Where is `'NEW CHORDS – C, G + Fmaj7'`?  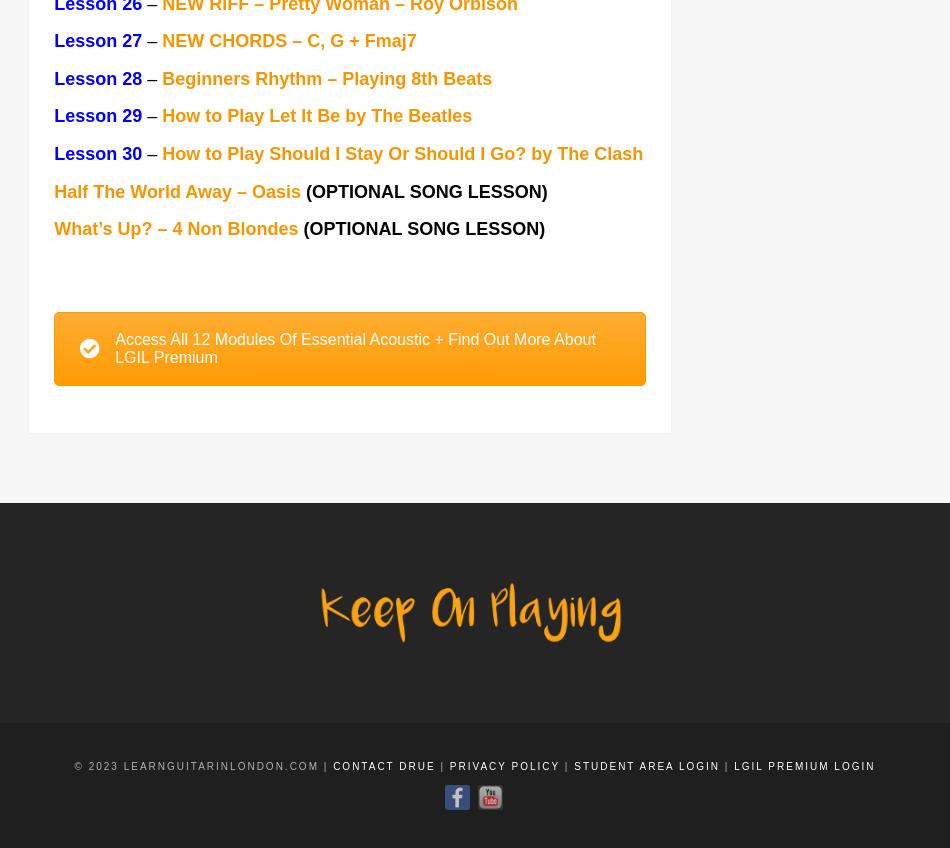 'NEW CHORDS – C, G + Fmaj7' is located at coordinates (287, 41).